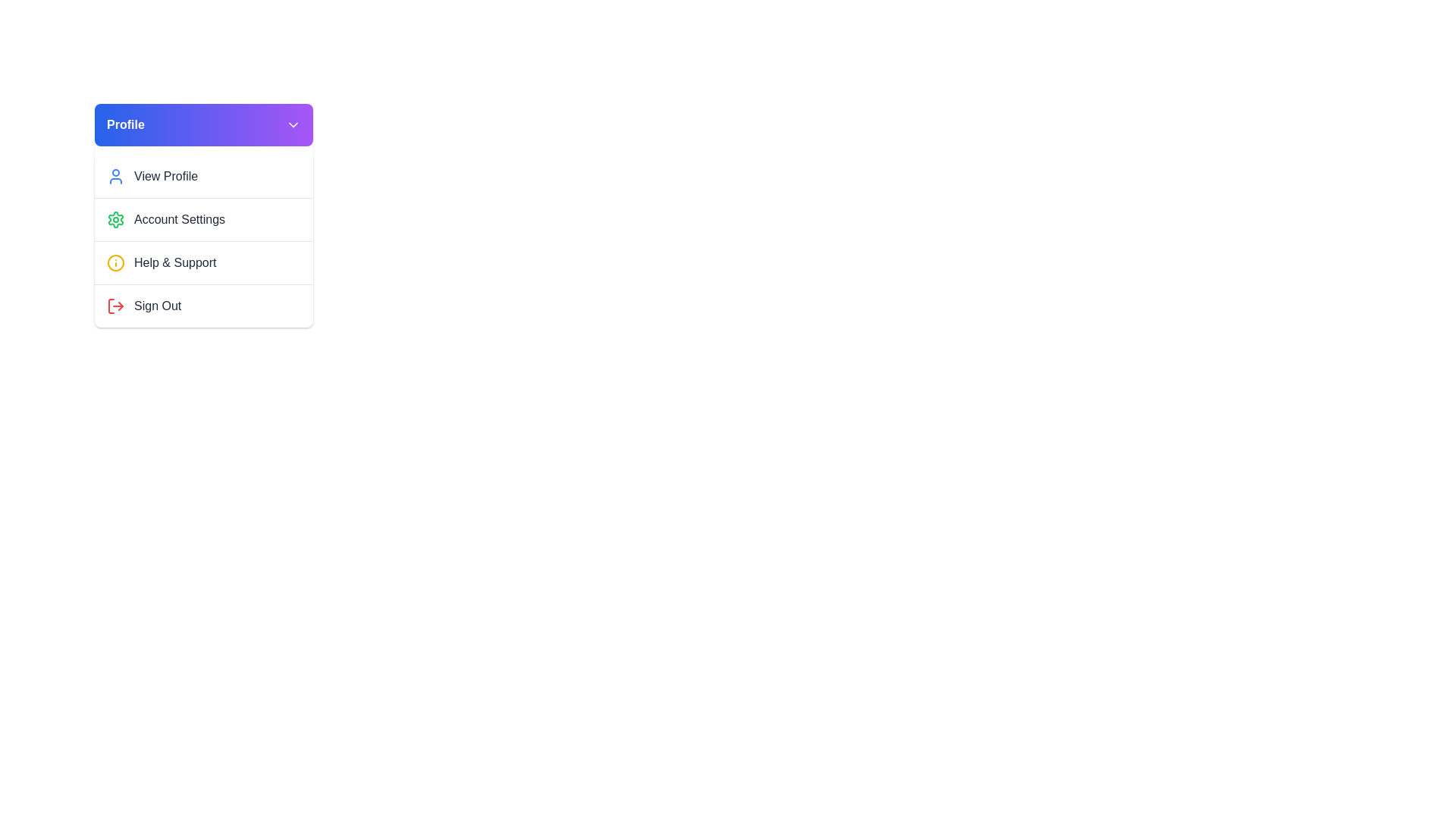 The width and height of the screenshot is (1456, 819). I want to click on the settings gear icon, which is located next to the 'Account Settings' text in the 'Profile' menu list, so click(115, 219).